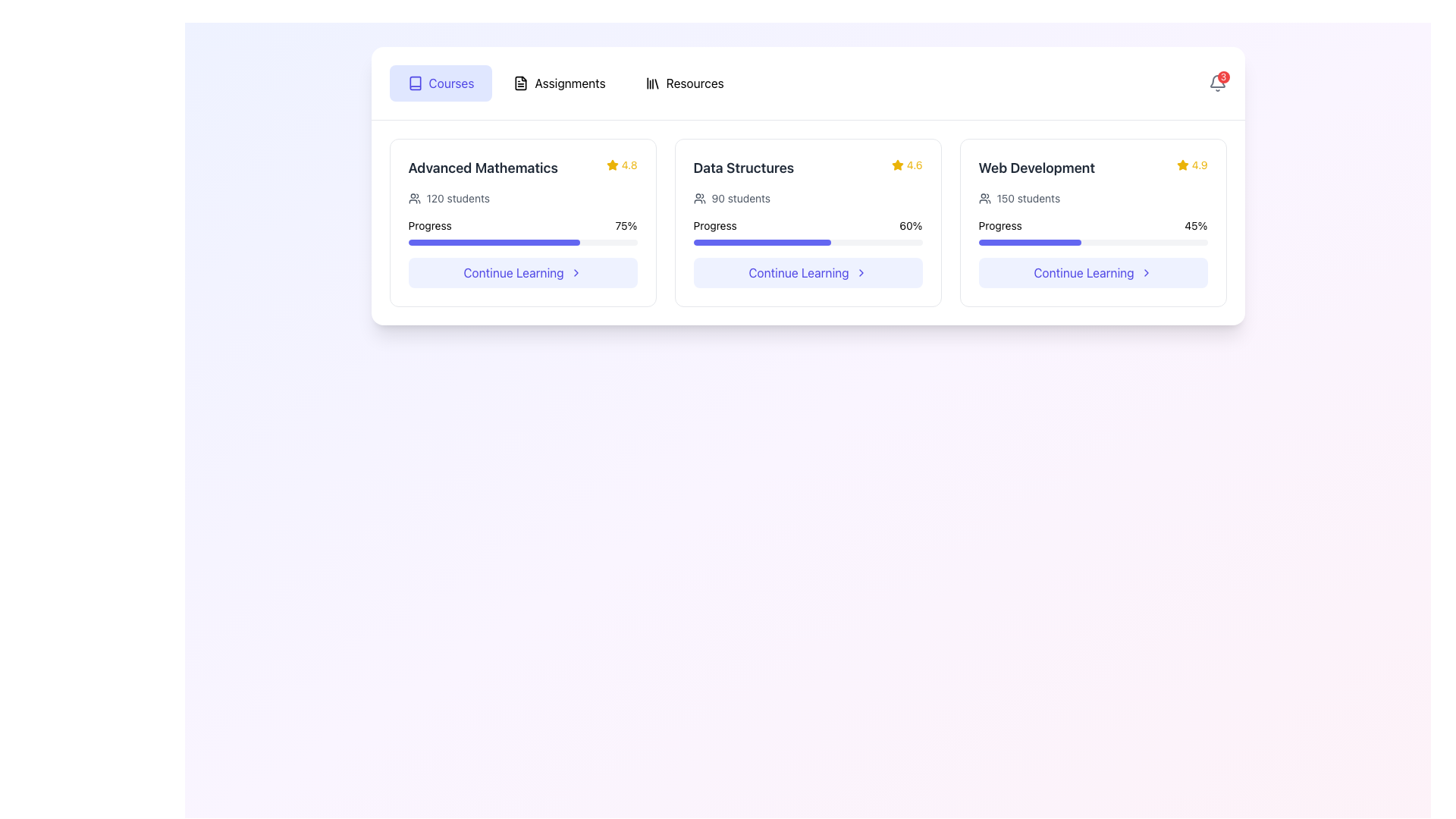  I want to click on the visual representation of the progress in the 'Advanced Mathematics' card's progress bar, which indicates 75% completion, so click(522, 242).